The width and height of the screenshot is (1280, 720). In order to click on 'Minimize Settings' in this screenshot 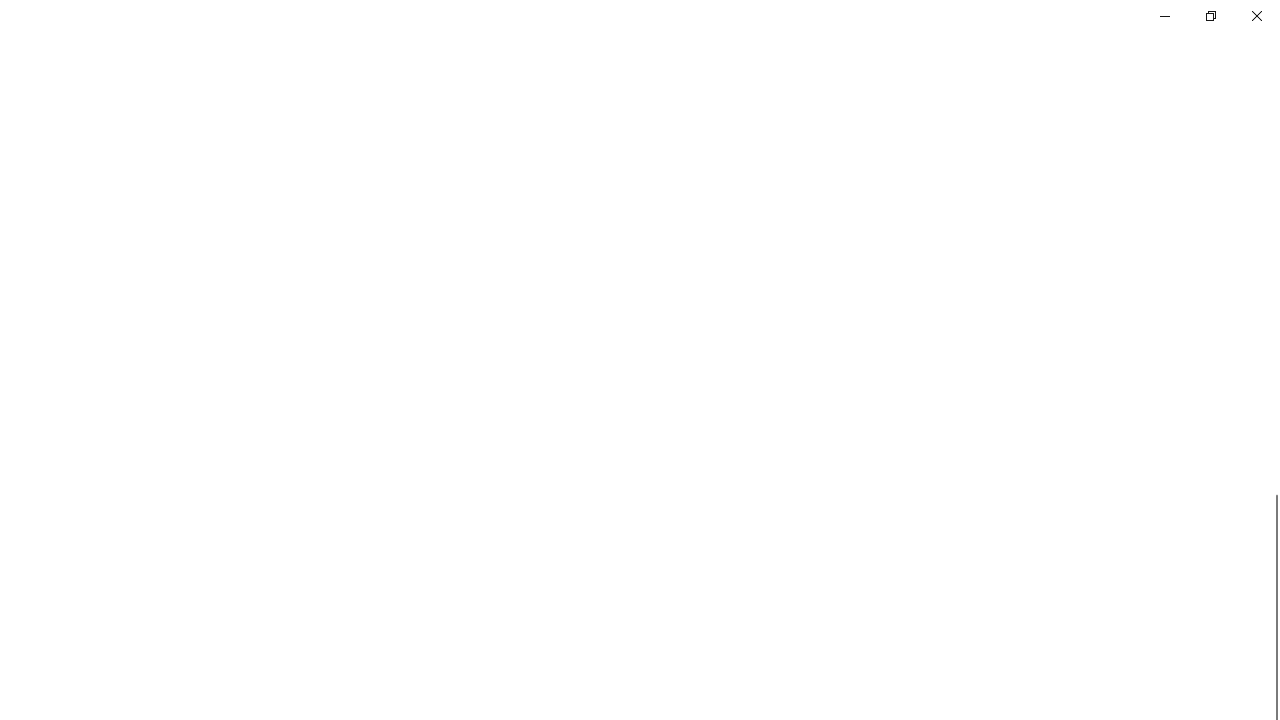, I will do `click(1164, 15)`.